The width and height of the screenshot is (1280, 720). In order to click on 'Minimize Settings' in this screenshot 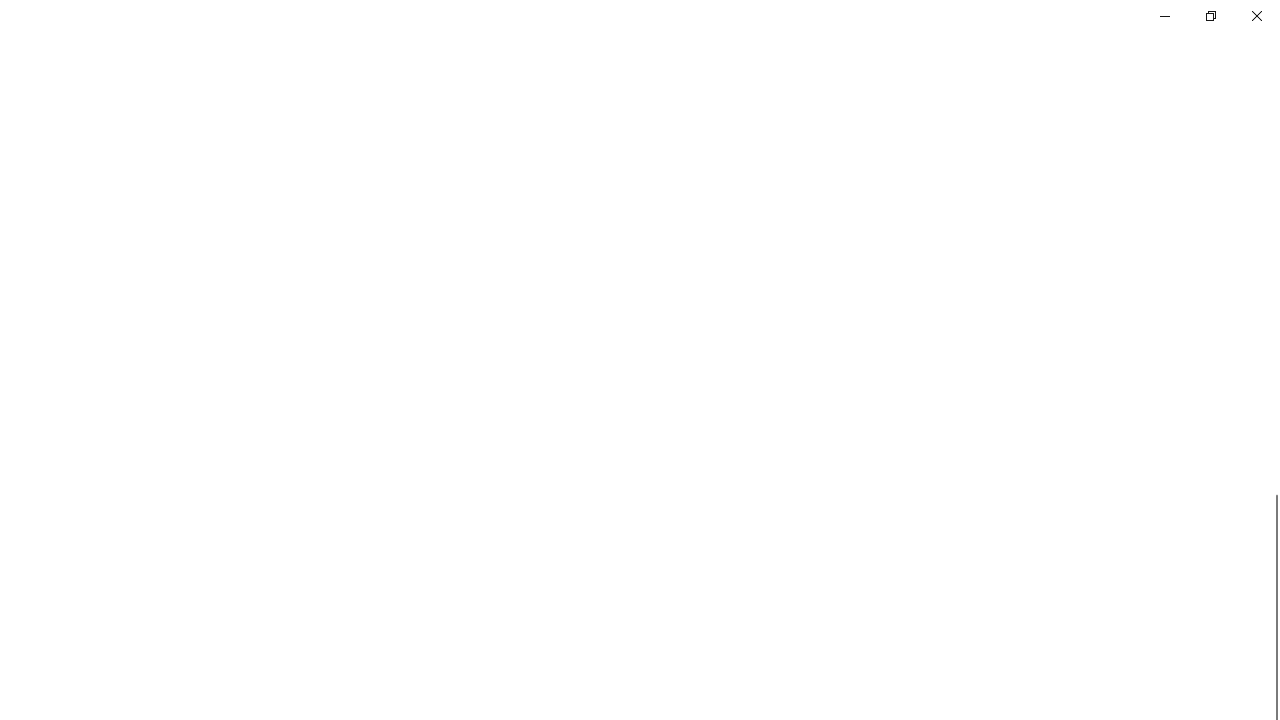, I will do `click(1164, 15)`.